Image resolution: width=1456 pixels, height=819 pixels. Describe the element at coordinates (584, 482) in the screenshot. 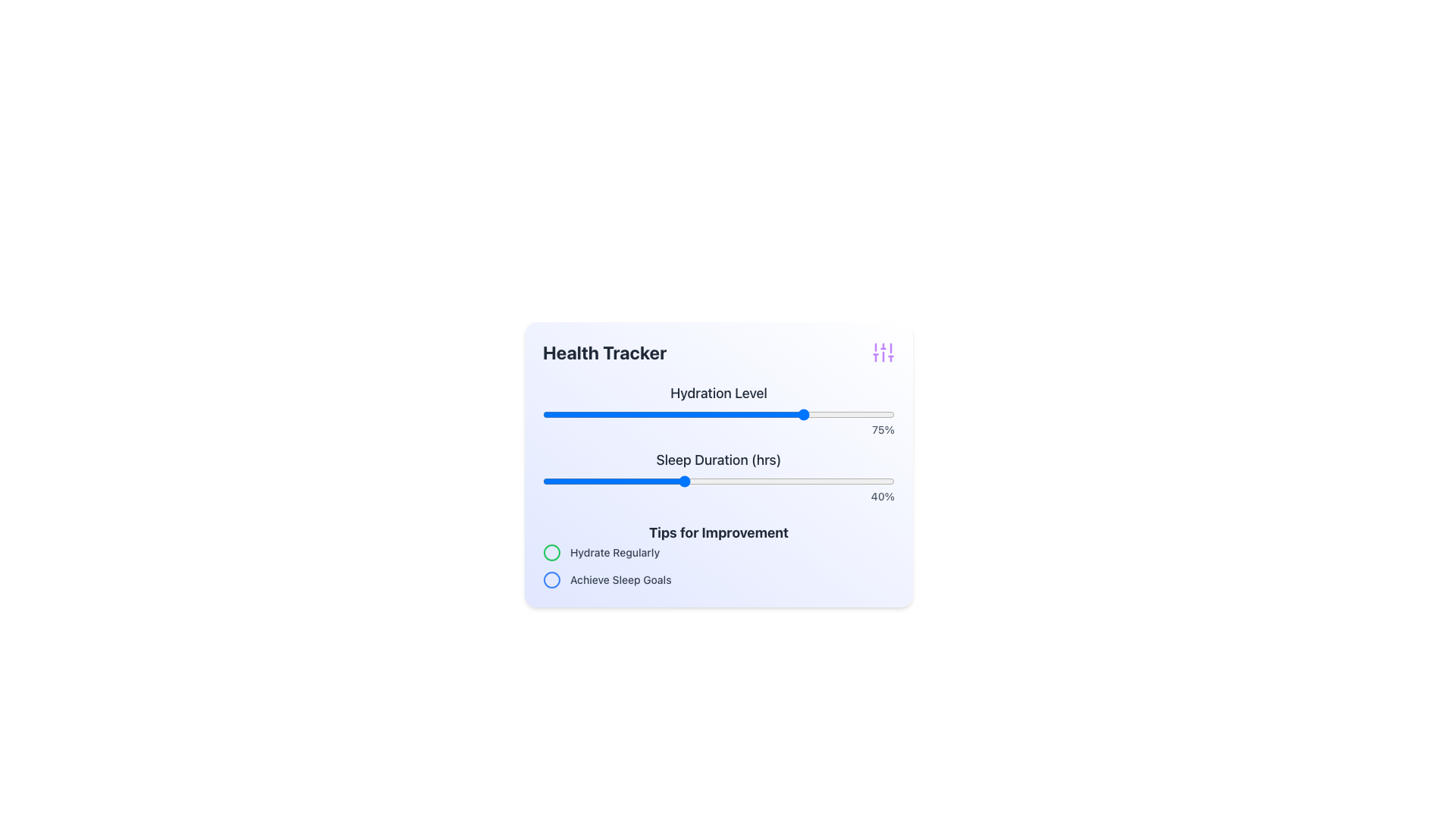

I see `the sleep duration slider` at that location.